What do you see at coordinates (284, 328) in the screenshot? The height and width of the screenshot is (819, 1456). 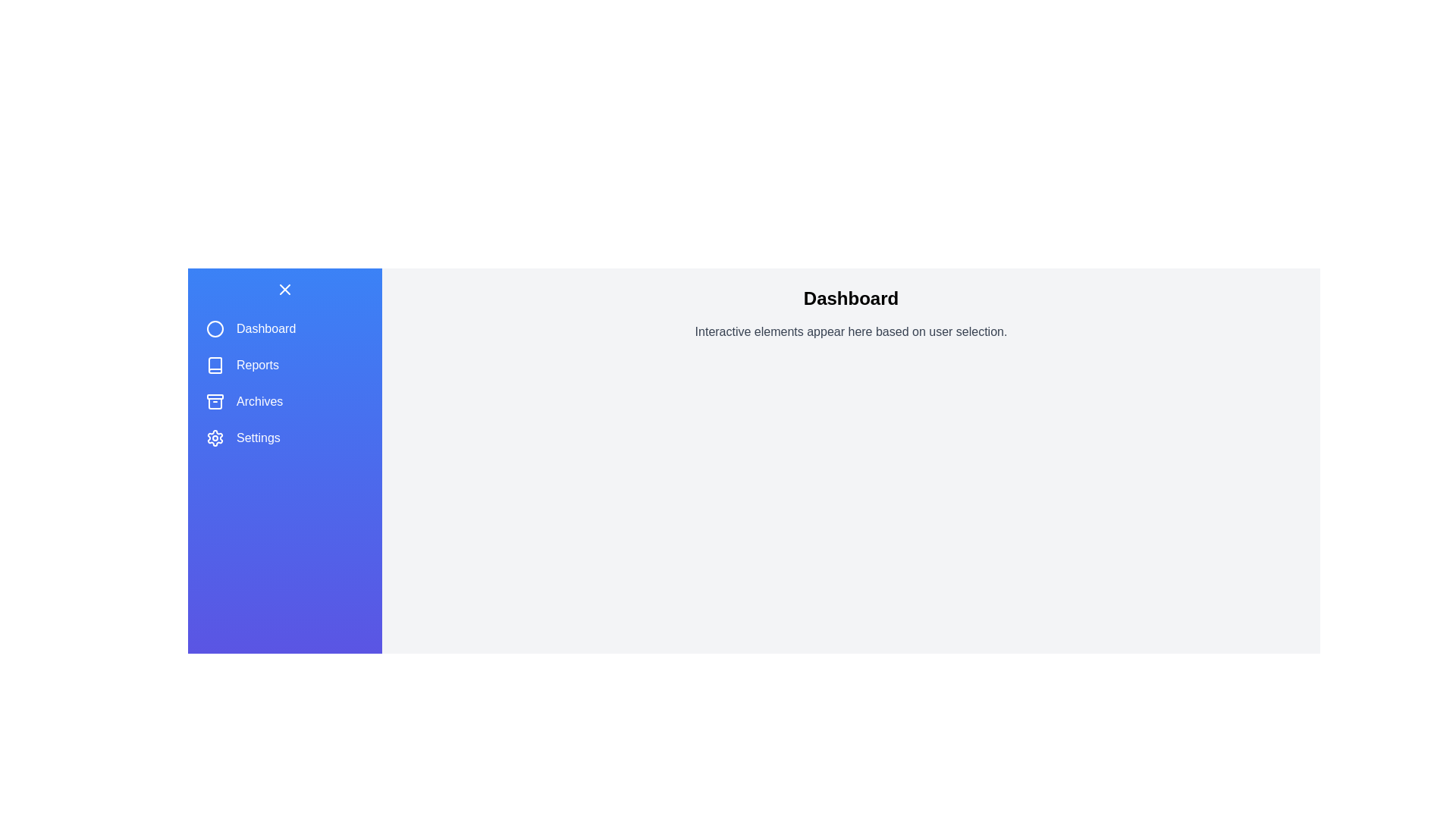 I see `the menu item Dashboard` at bounding box center [284, 328].